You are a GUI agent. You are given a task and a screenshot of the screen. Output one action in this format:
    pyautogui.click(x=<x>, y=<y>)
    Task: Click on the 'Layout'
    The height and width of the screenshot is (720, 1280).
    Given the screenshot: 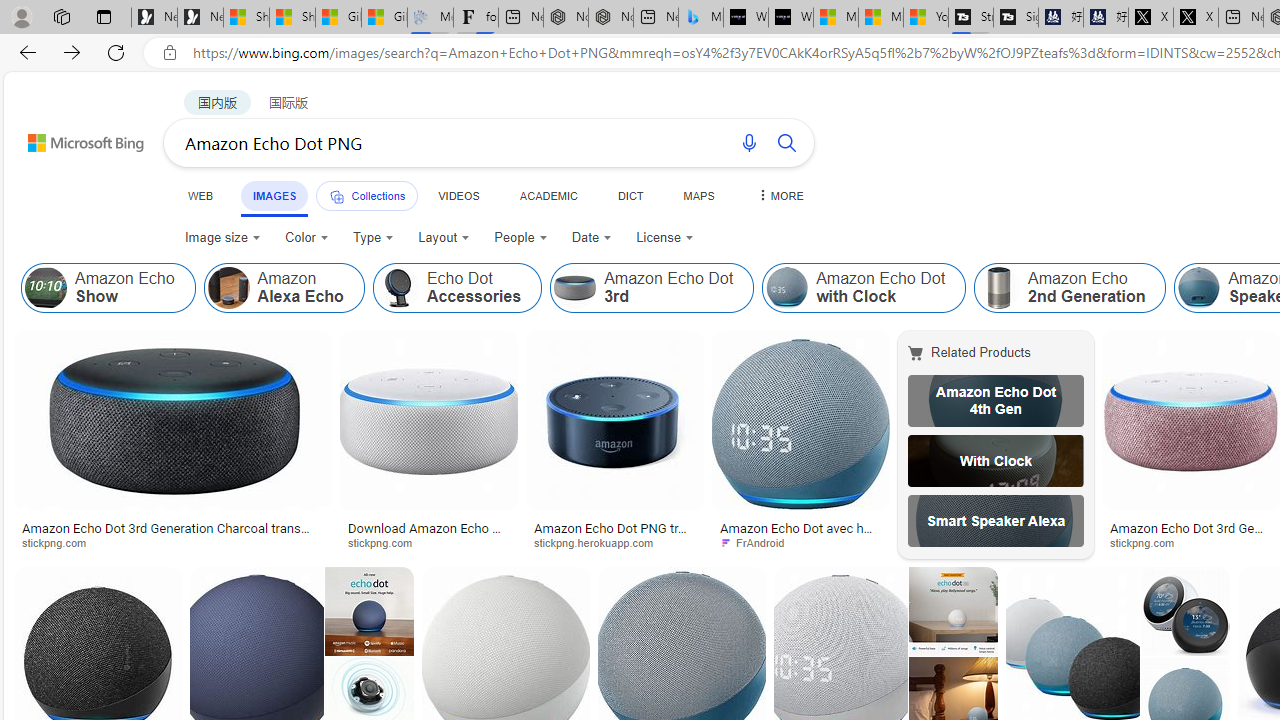 What is the action you would take?
    pyautogui.click(x=443, y=236)
    